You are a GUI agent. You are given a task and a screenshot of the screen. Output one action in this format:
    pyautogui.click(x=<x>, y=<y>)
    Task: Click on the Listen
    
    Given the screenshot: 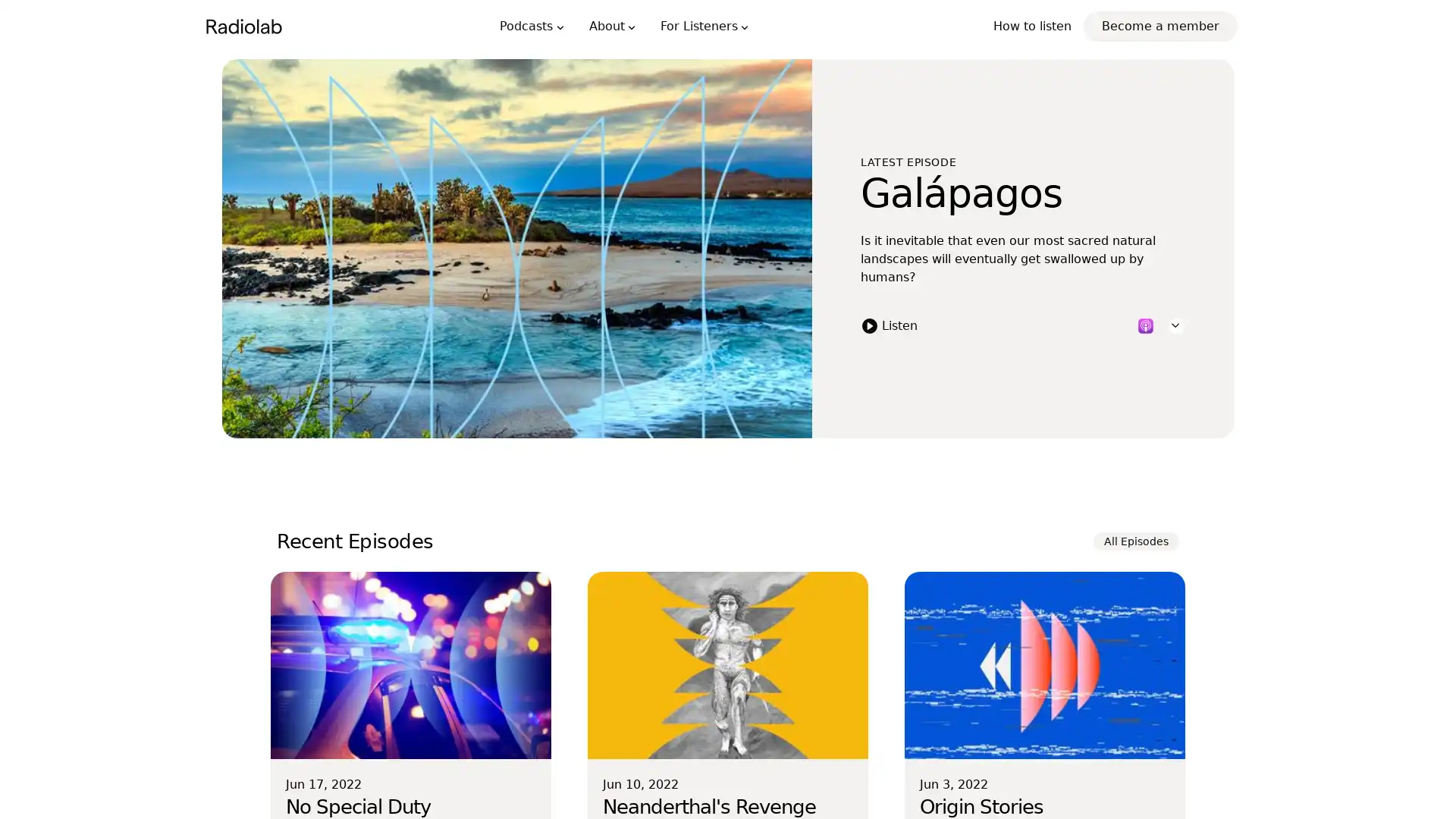 What is the action you would take?
    pyautogui.click(x=894, y=324)
    